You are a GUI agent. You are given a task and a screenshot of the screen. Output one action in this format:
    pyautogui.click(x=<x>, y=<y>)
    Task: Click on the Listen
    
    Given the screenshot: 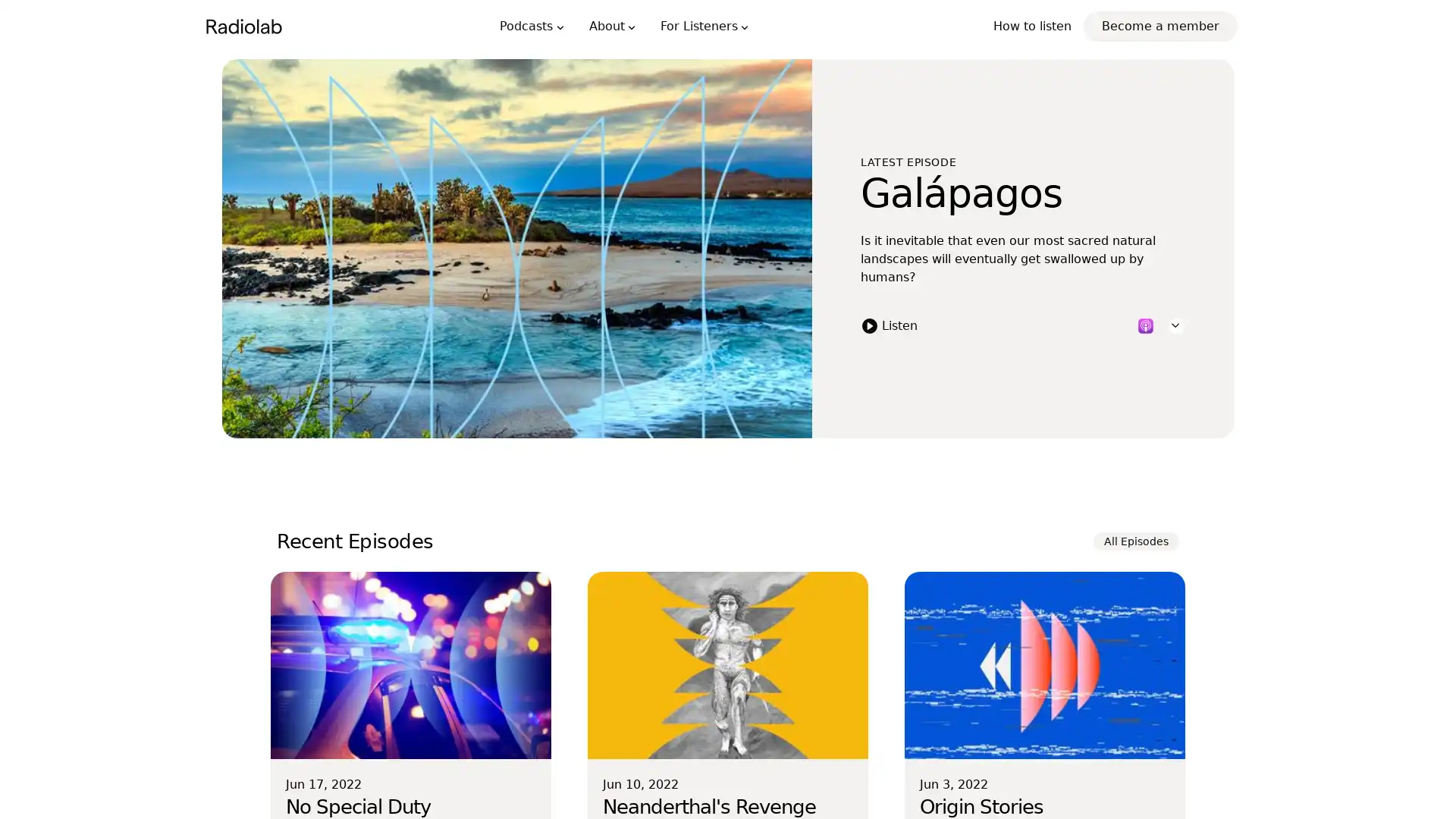 What is the action you would take?
    pyautogui.click(x=894, y=324)
    